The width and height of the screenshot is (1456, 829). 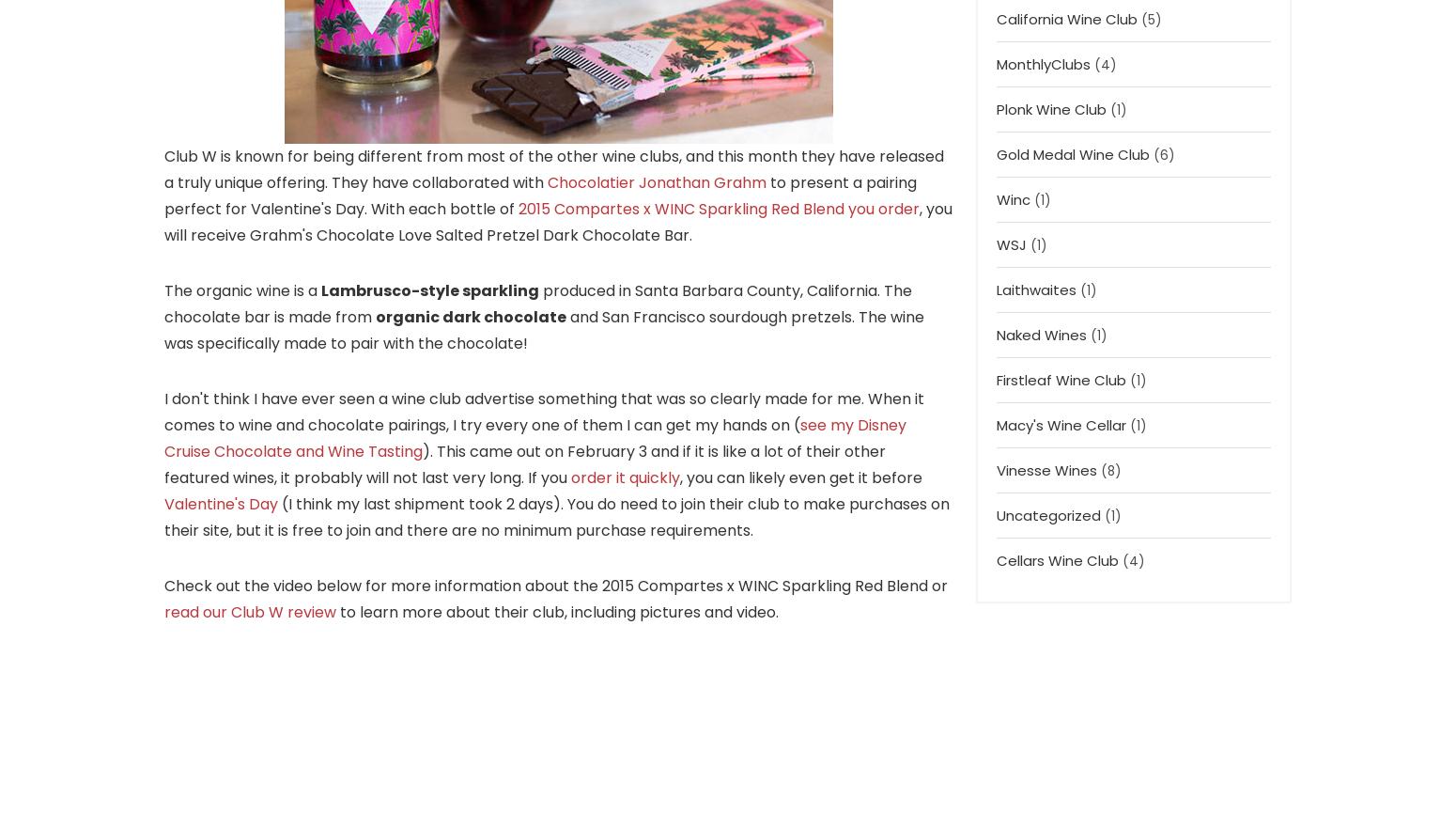 What do you see at coordinates (242, 289) in the screenshot?
I see `'The organic wine is a'` at bounding box center [242, 289].